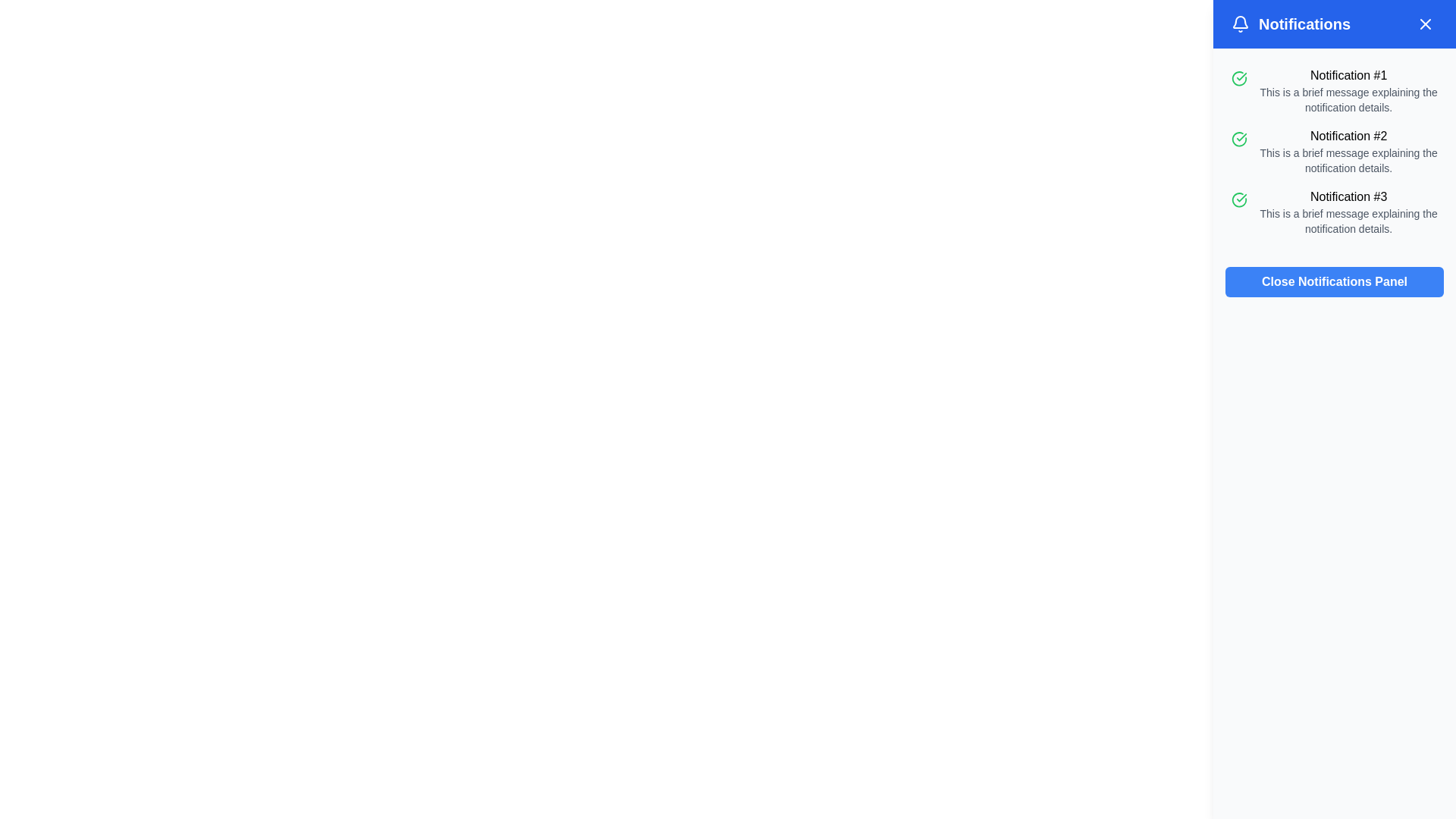  Describe the element at coordinates (1239, 79) in the screenshot. I see `the success status indicator icon located to the far-left of 'Notification #1', which signifies the status of the notification` at that location.